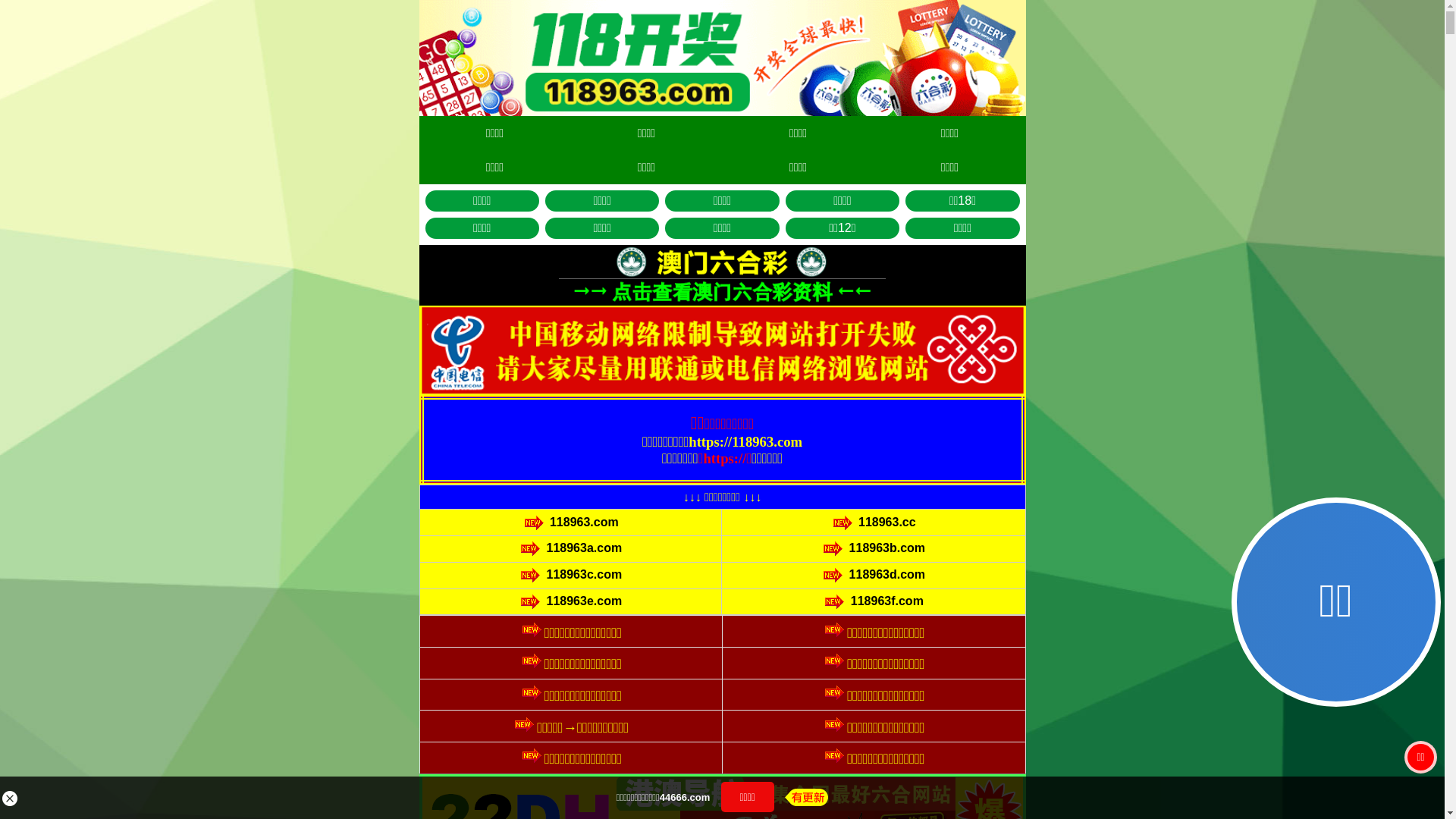  Describe the element at coordinates (769, 445) in the screenshot. I see `'9797.cc'` at that location.